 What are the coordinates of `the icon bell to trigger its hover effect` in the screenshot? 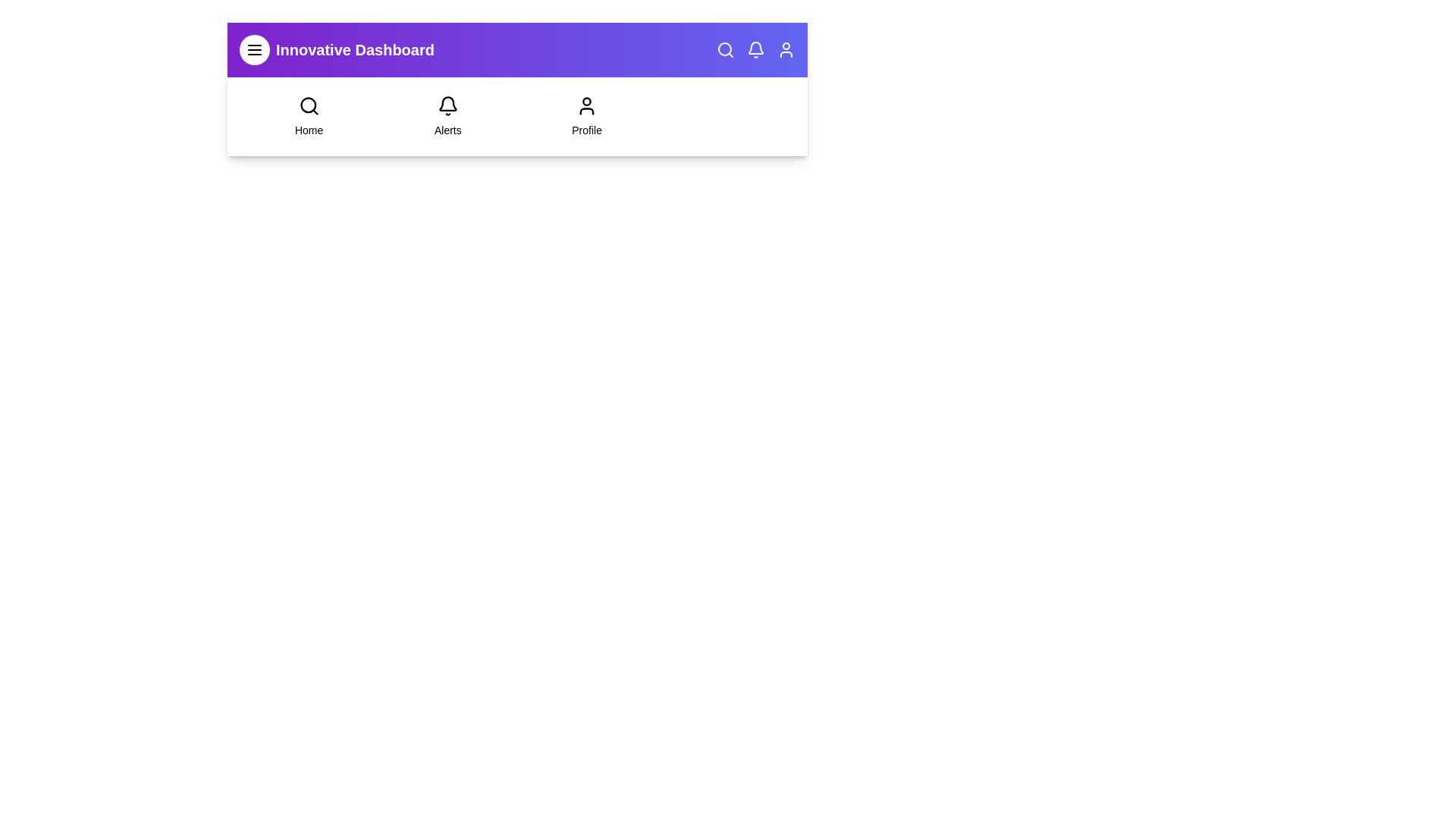 It's located at (756, 49).